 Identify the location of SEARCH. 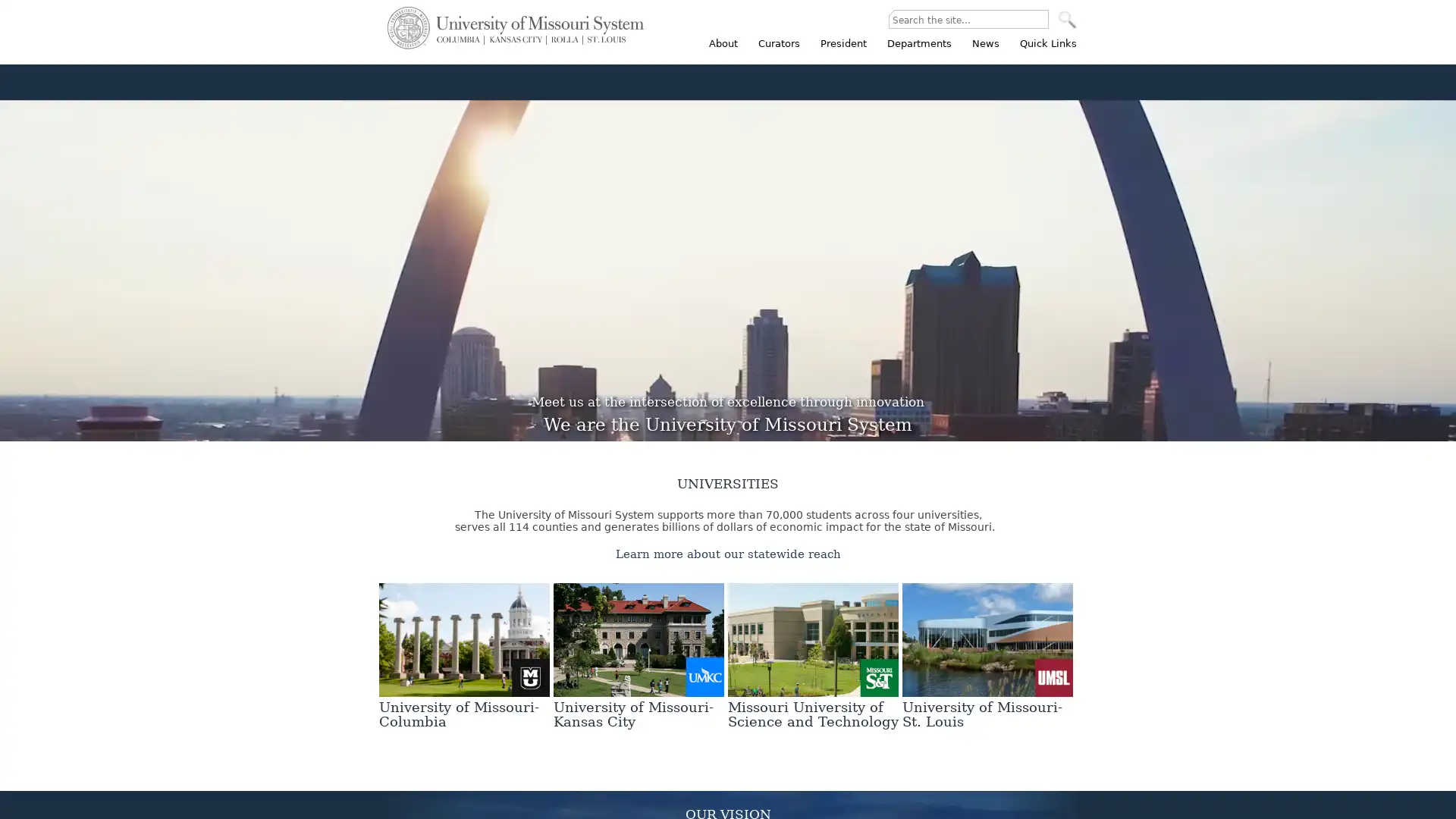
(1066, 20).